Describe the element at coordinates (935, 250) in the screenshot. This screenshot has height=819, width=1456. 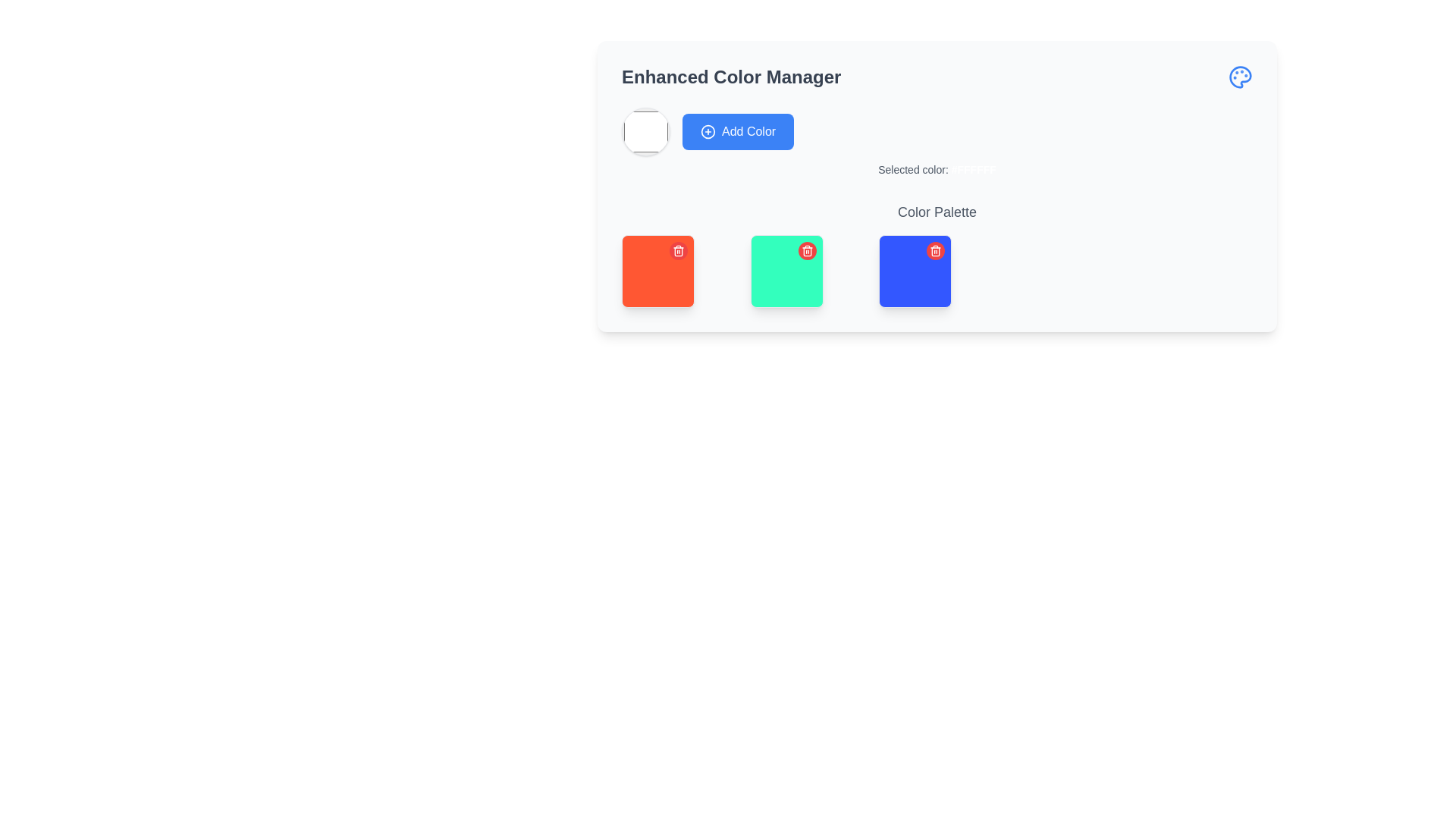
I see `the trash icon, which is a thin-lined drawing of a trash bin located in the top-right section of the blue color block under 'Color Palette'` at that location.